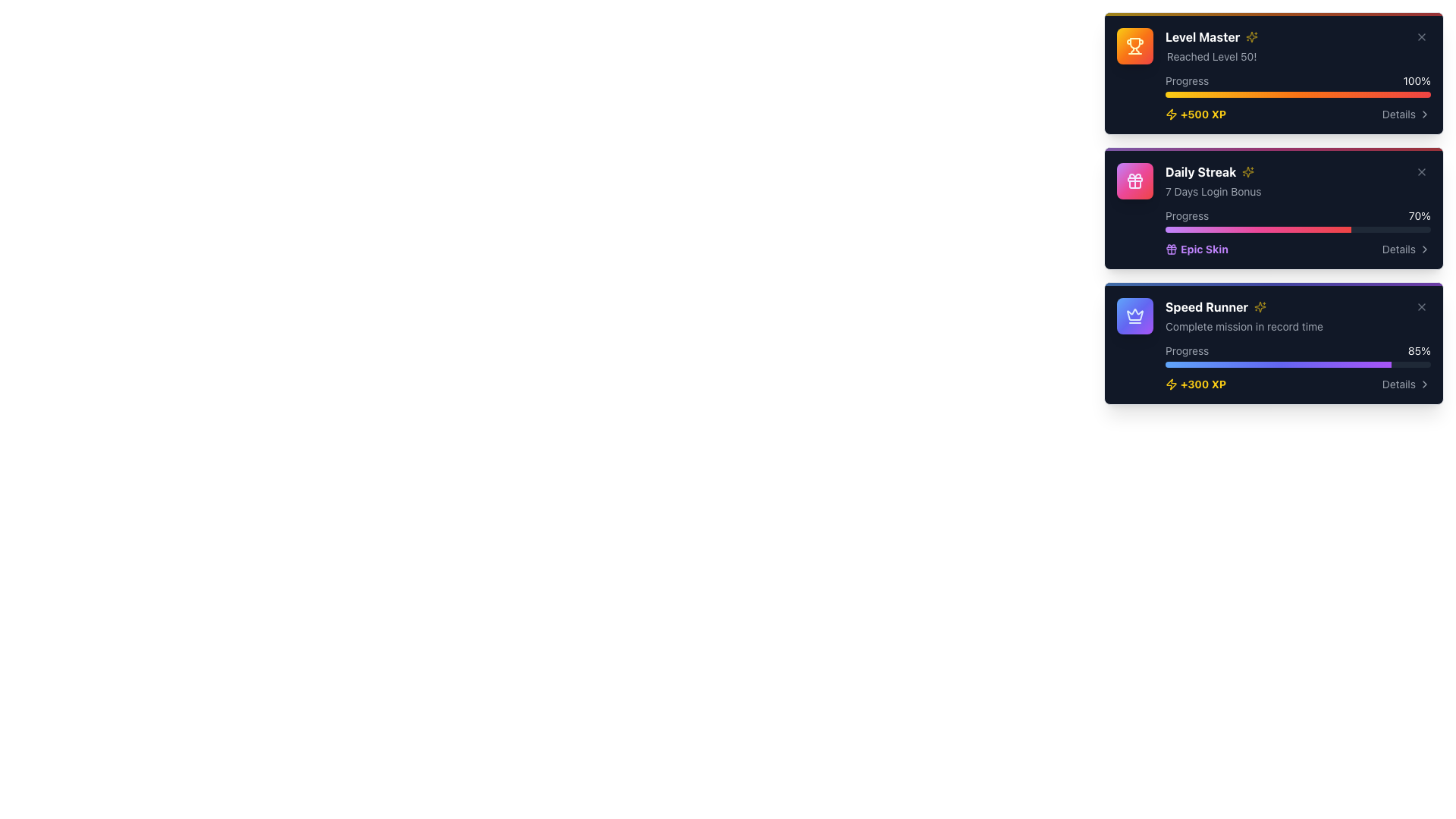 This screenshot has width=1456, height=819. What do you see at coordinates (1203, 113) in the screenshot?
I see `the reward value displayed` at bounding box center [1203, 113].